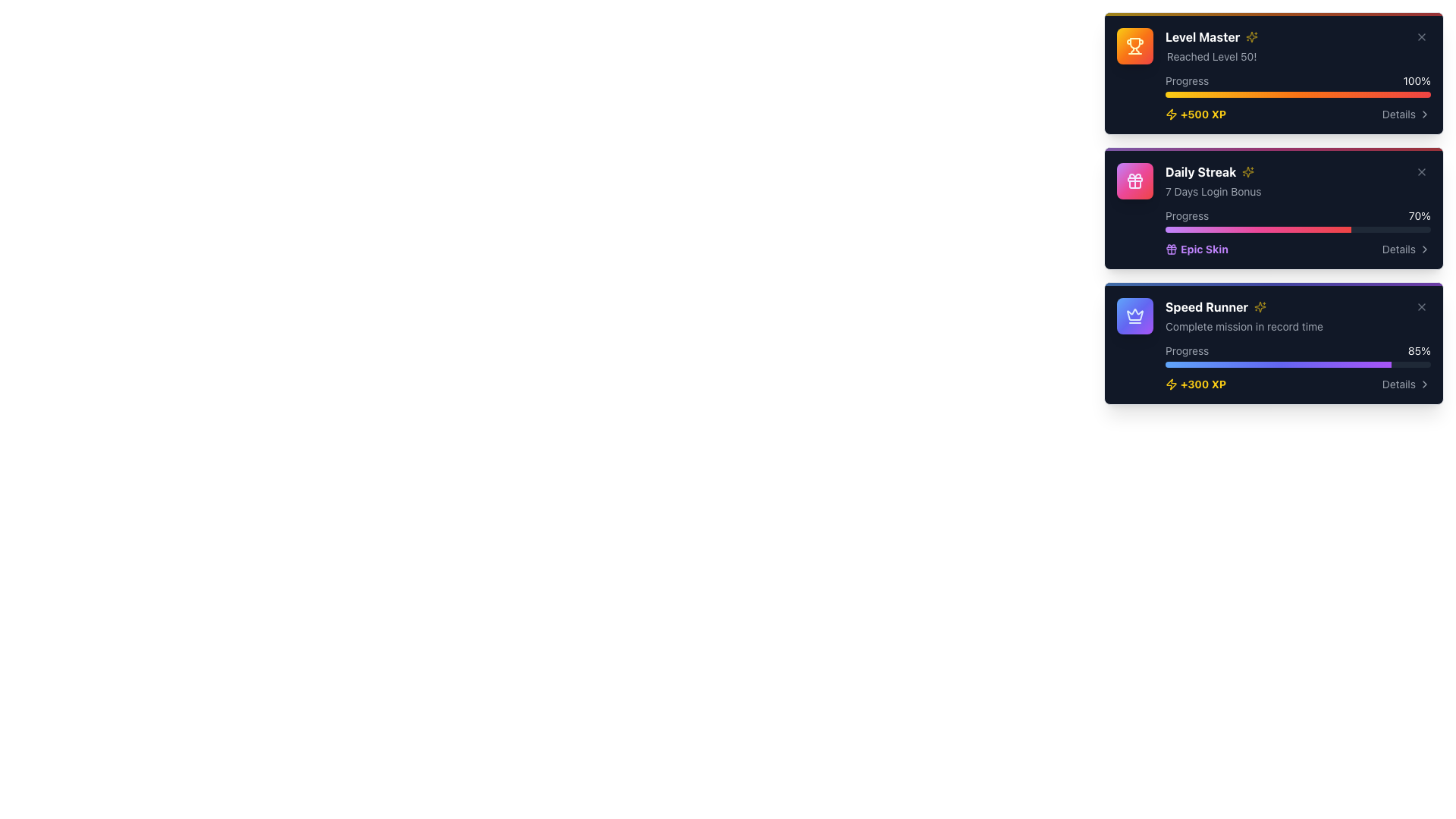 This screenshot has width=1456, height=819. What do you see at coordinates (1203, 113) in the screenshot?
I see `the reward value displayed` at bounding box center [1203, 113].